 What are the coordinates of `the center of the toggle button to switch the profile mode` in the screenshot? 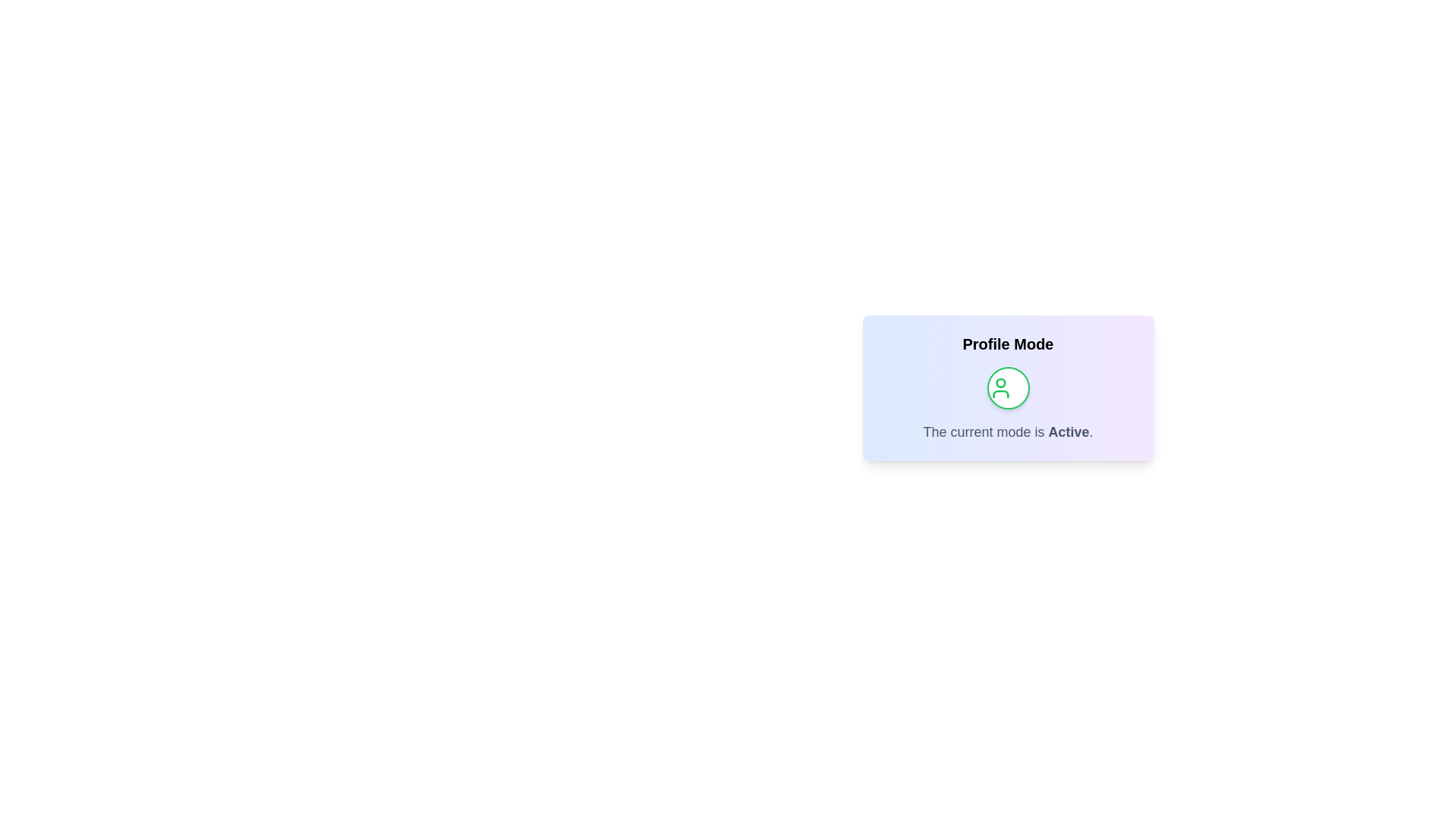 It's located at (1008, 388).